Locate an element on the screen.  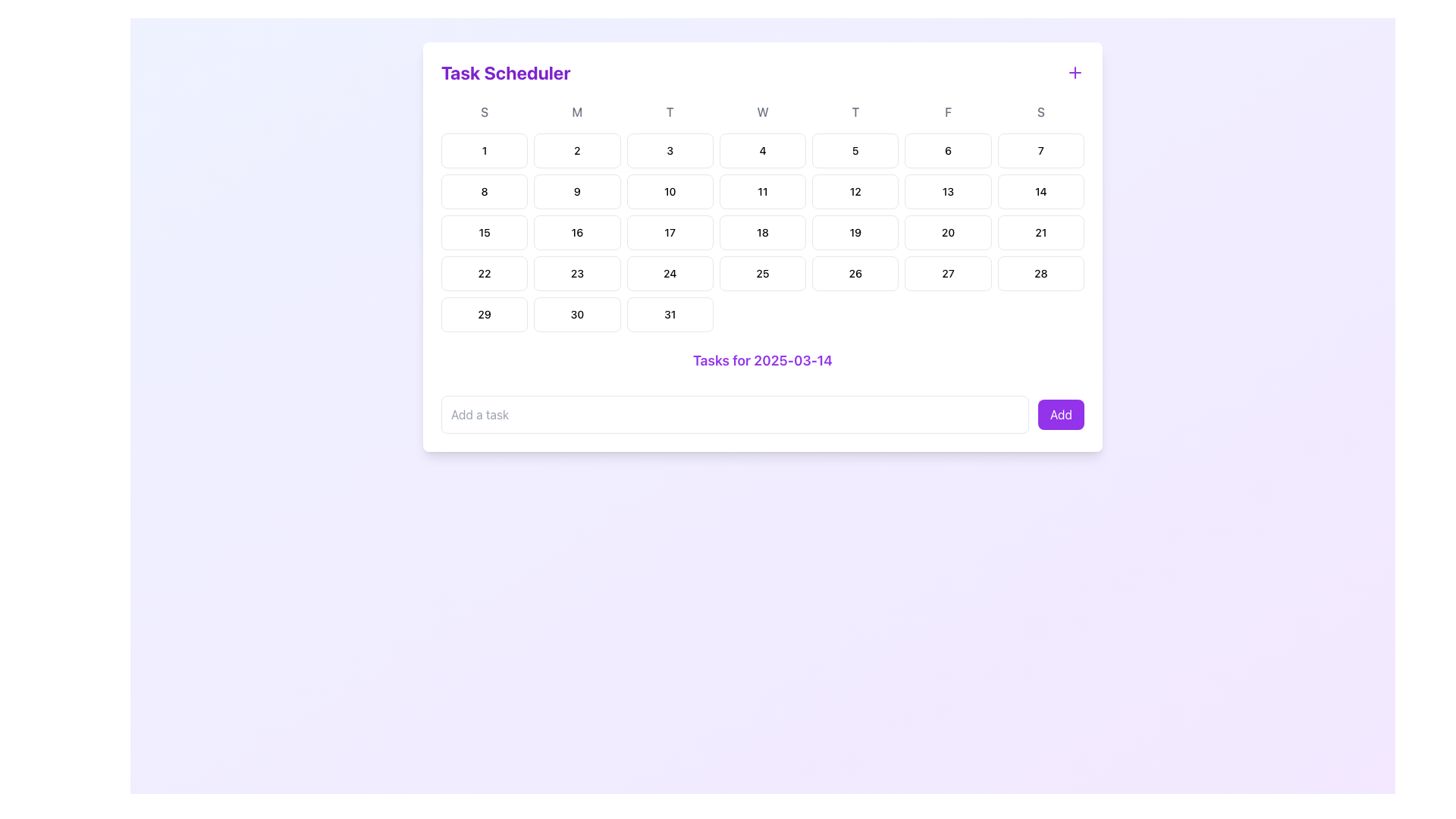
the button representing the 15th day of the month in the calendar interface is located at coordinates (484, 233).